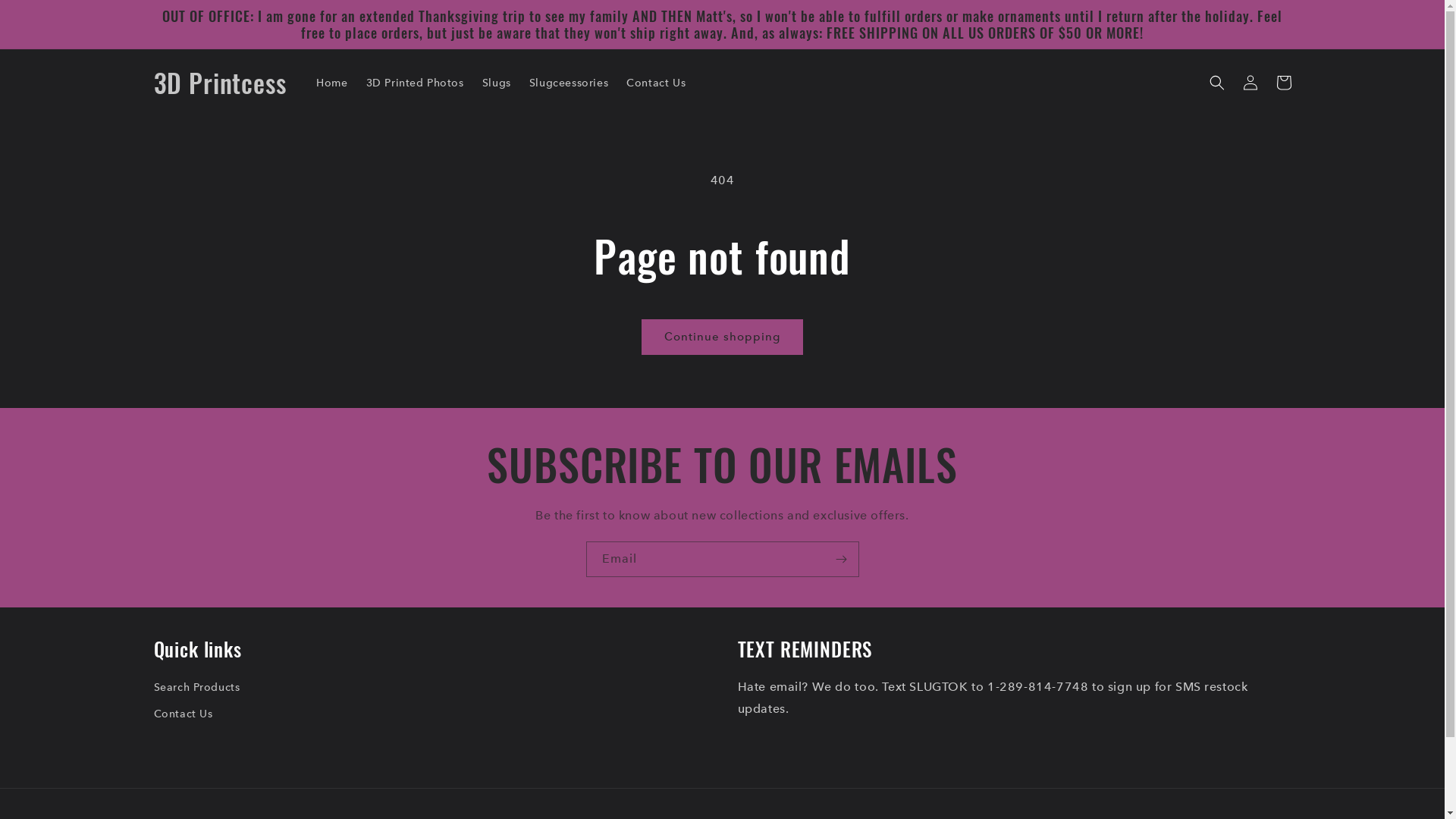 This screenshot has height=819, width=1456. What do you see at coordinates (1249, 82) in the screenshot?
I see `'Log in'` at bounding box center [1249, 82].